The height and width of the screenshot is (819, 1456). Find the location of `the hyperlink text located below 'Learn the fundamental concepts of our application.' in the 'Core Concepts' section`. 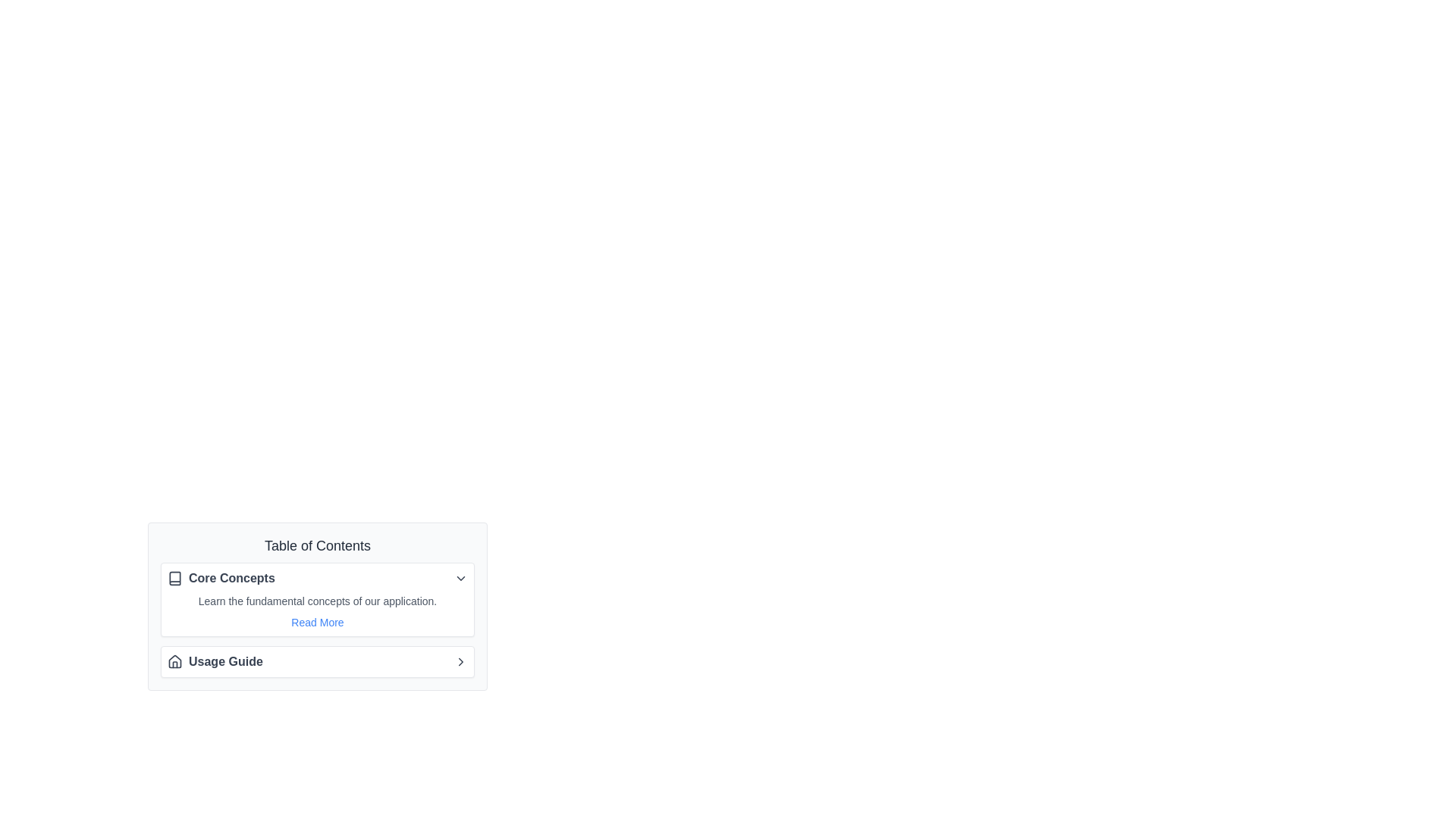

the hyperlink text located below 'Learn the fundamental concepts of our application.' in the 'Core Concepts' section is located at coordinates (316, 623).